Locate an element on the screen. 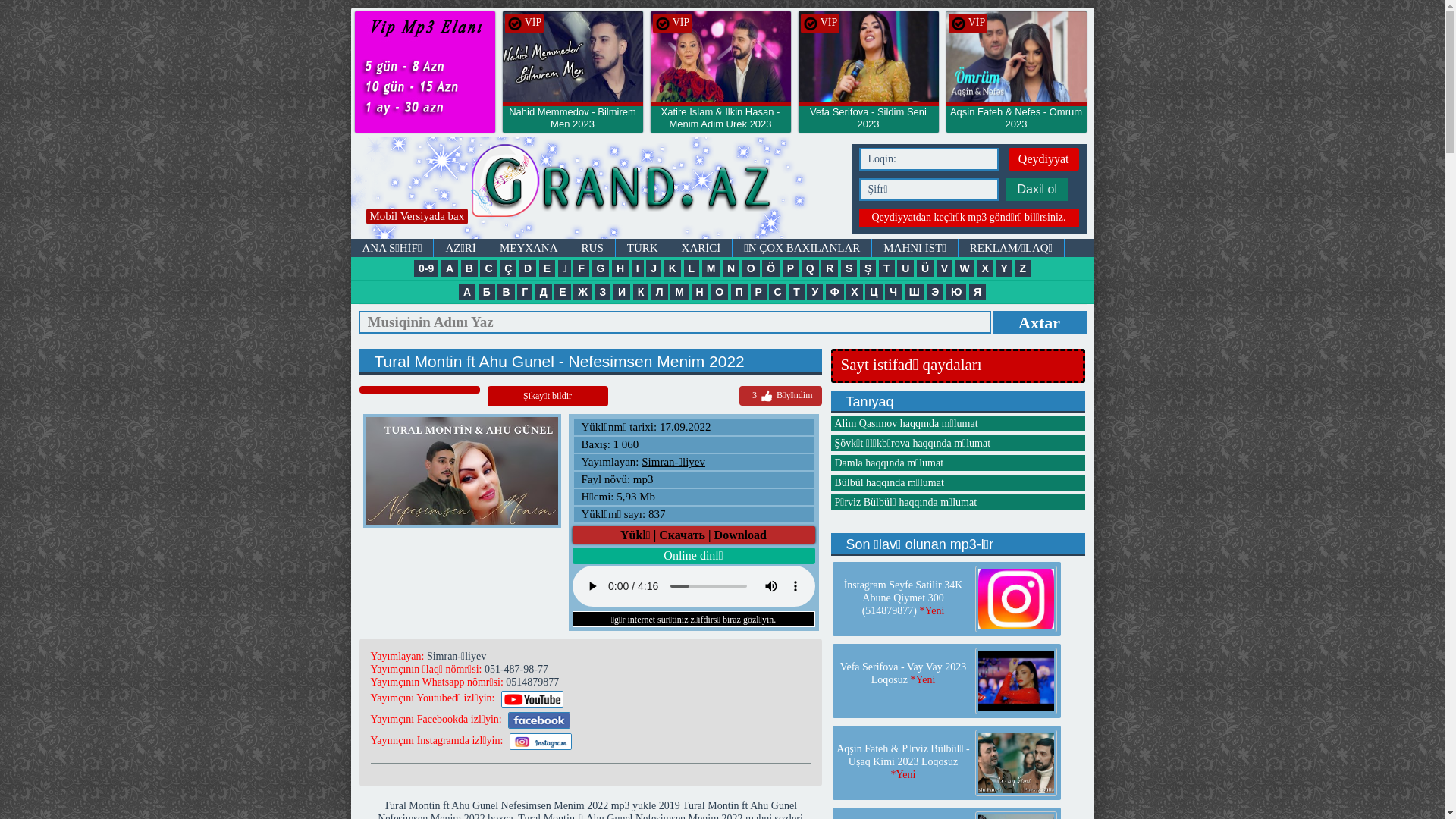 Image resolution: width=1456 pixels, height=819 pixels. 'D' is located at coordinates (528, 268).